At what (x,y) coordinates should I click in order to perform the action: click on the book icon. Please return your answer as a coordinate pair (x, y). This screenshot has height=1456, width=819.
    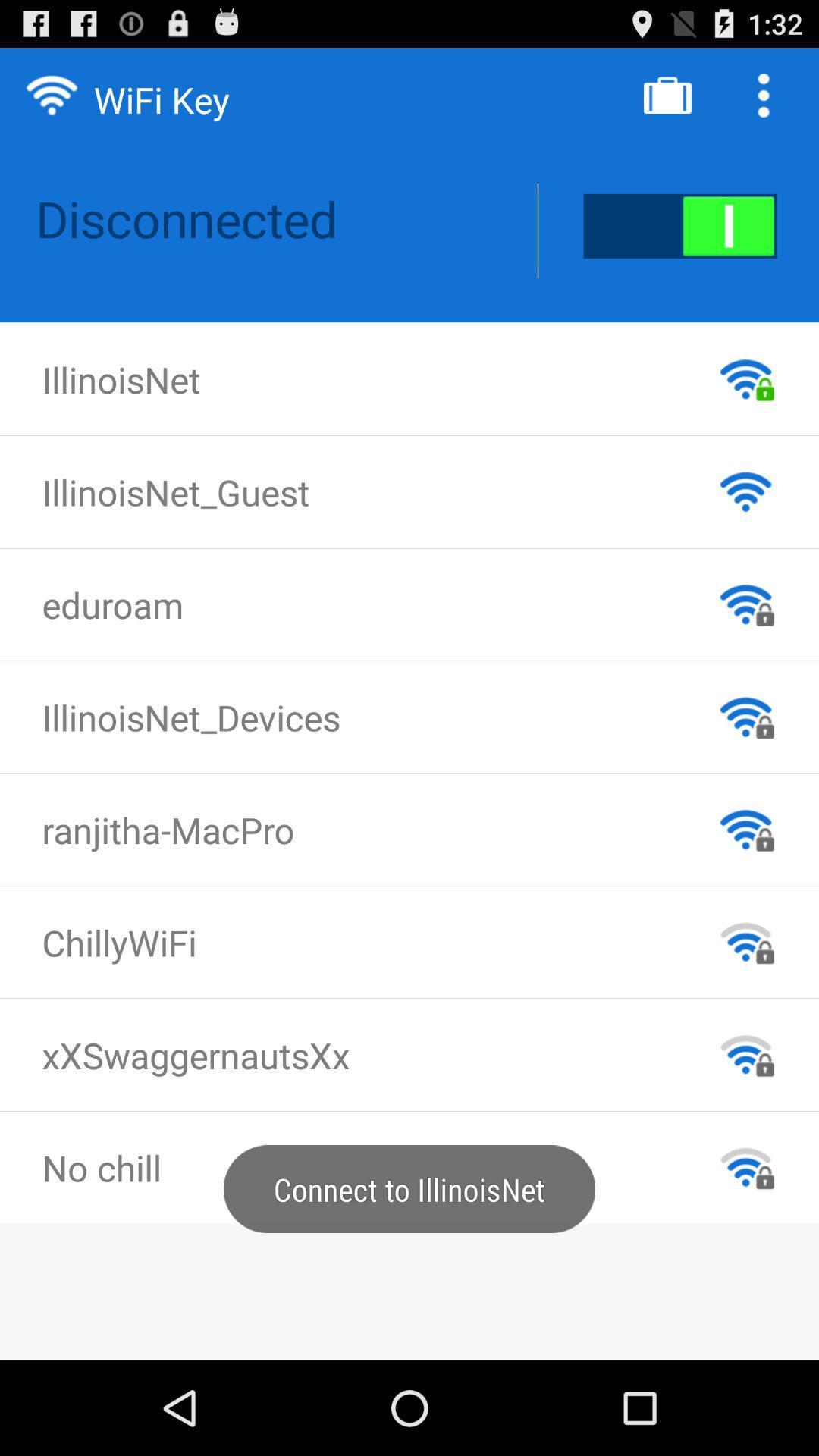
    Looking at the image, I should click on (679, 241).